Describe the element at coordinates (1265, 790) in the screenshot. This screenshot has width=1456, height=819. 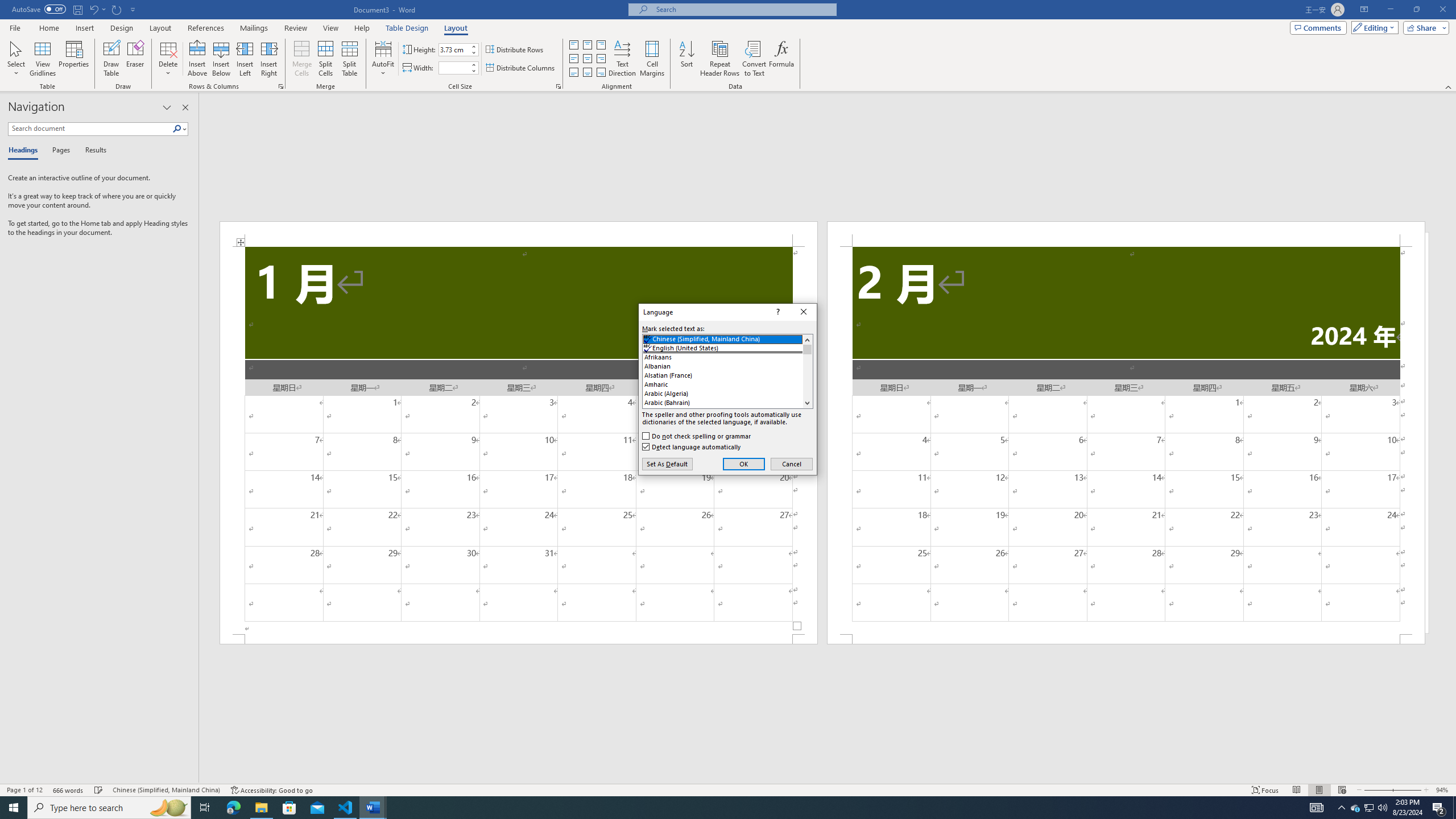
I see `'Focus '` at that location.